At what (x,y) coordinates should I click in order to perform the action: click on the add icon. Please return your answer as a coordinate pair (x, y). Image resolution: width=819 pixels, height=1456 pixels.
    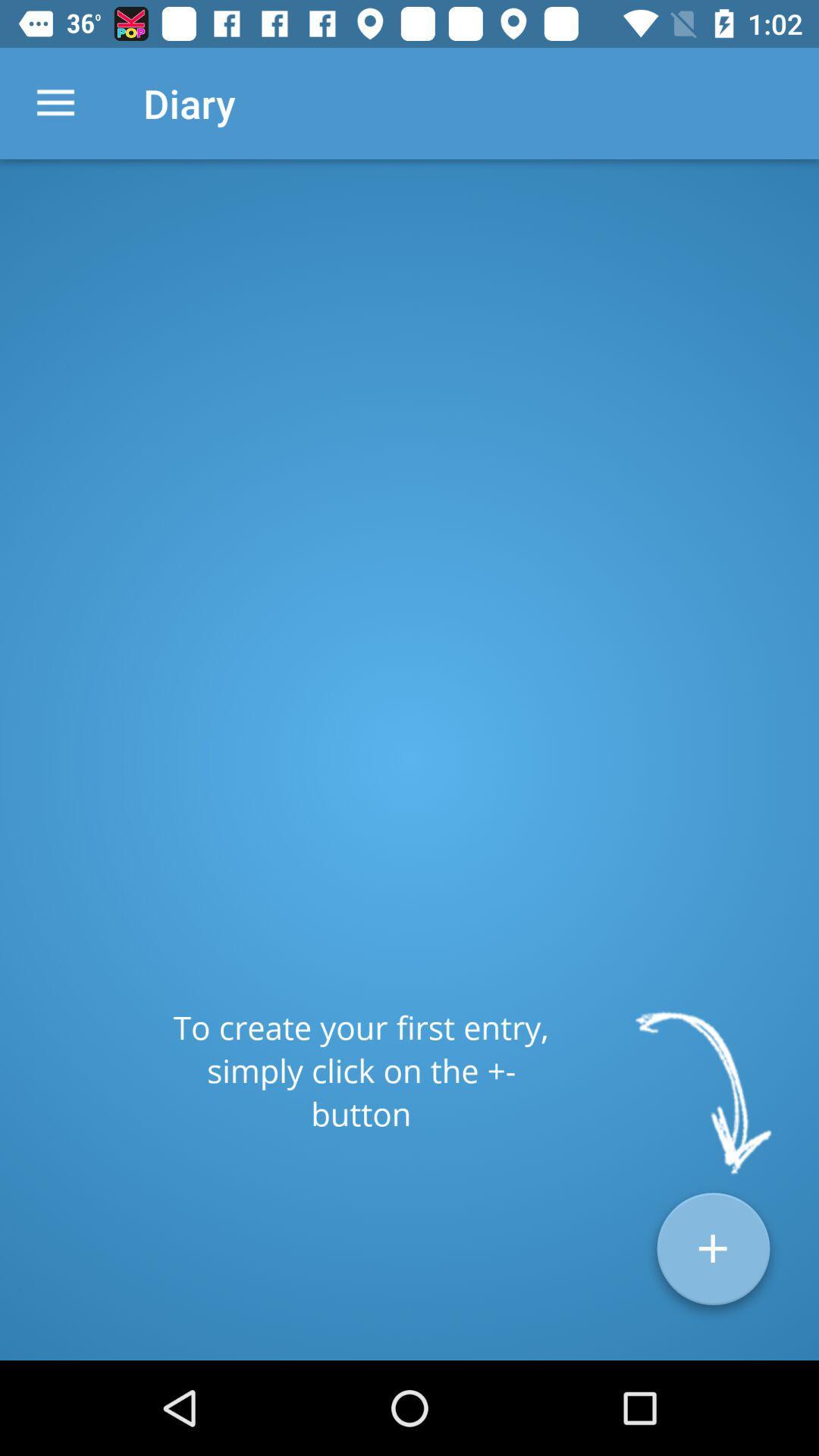
    Looking at the image, I should click on (713, 1254).